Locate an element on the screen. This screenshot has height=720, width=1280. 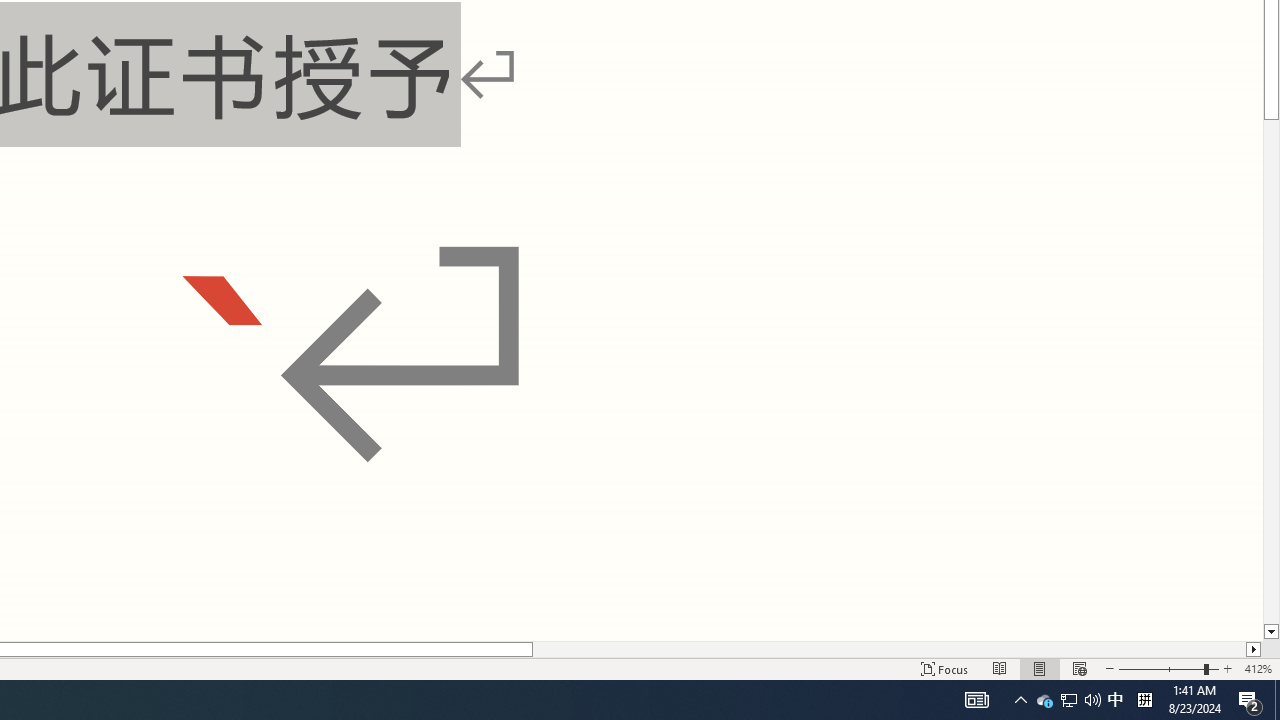
'Web Layout' is located at coordinates (1078, 669).